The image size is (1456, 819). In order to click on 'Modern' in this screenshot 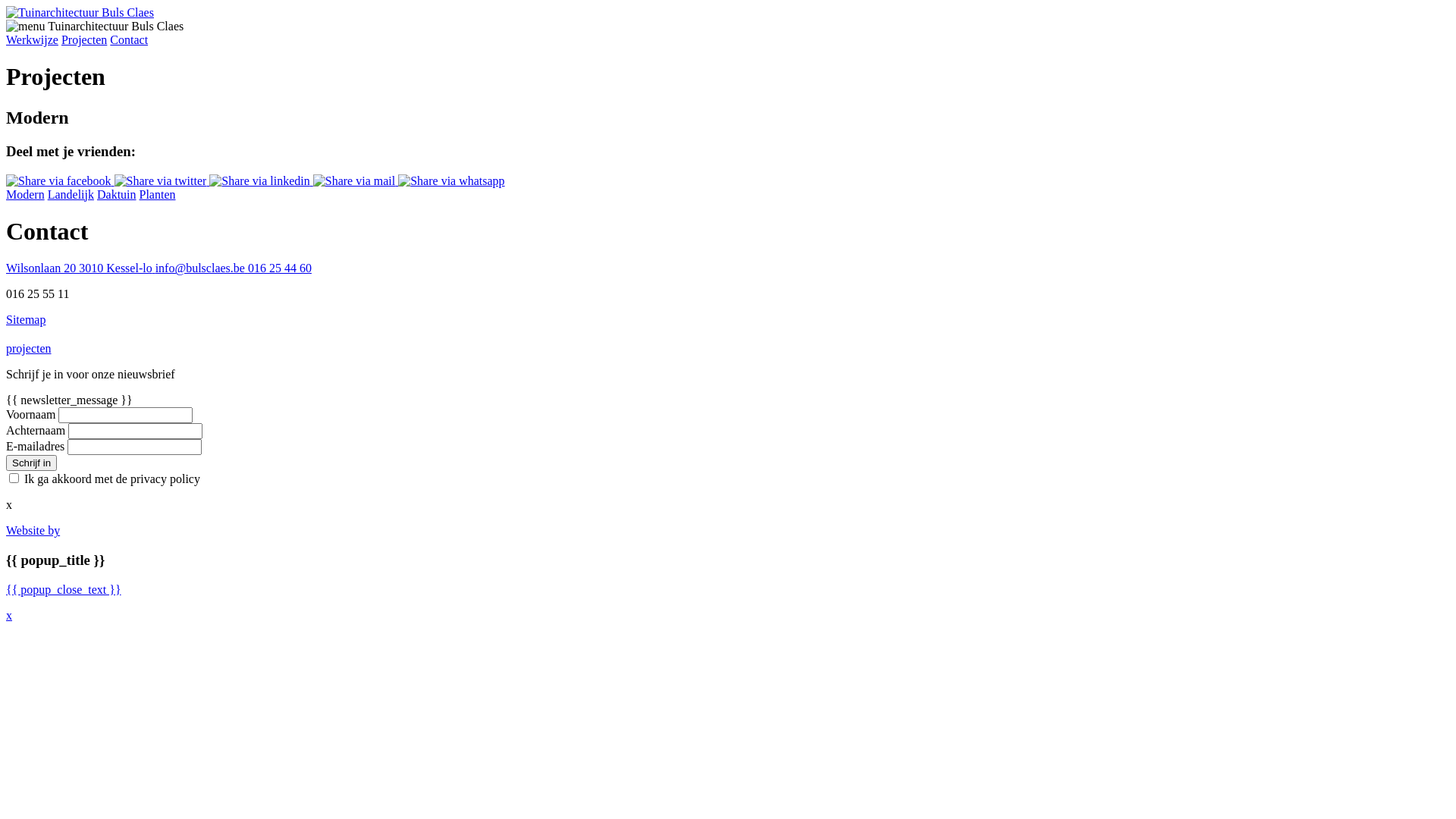, I will do `click(25, 193)`.